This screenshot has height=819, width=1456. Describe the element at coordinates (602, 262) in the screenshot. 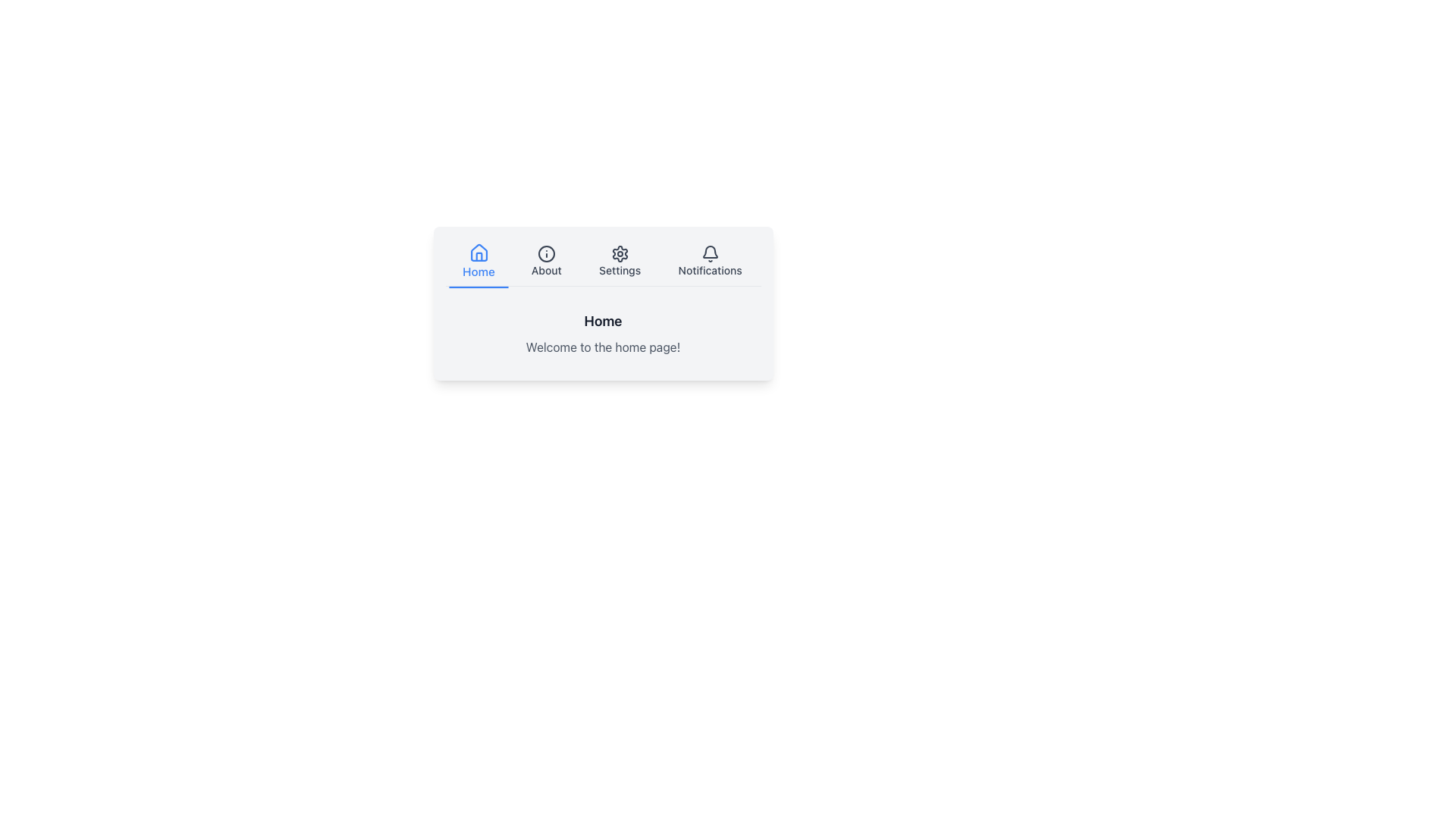

I see `the third button in the horizontal navigation bar` at that location.